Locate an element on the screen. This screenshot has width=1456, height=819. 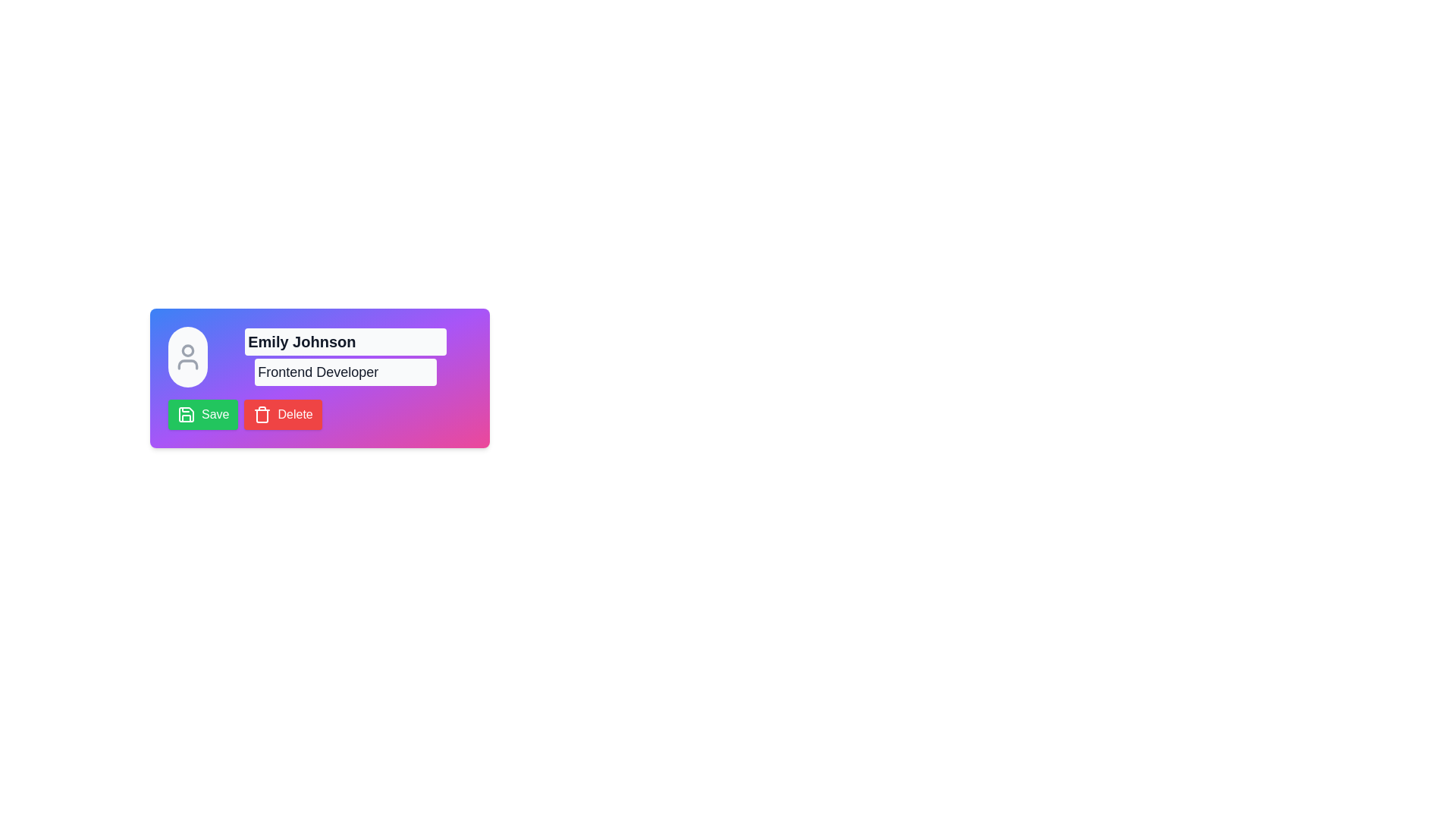
the trash can icon located to the left of the 'Delete' text within the red rectangular button at the bottom-right of the card interface is located at coordinates (262, 415).